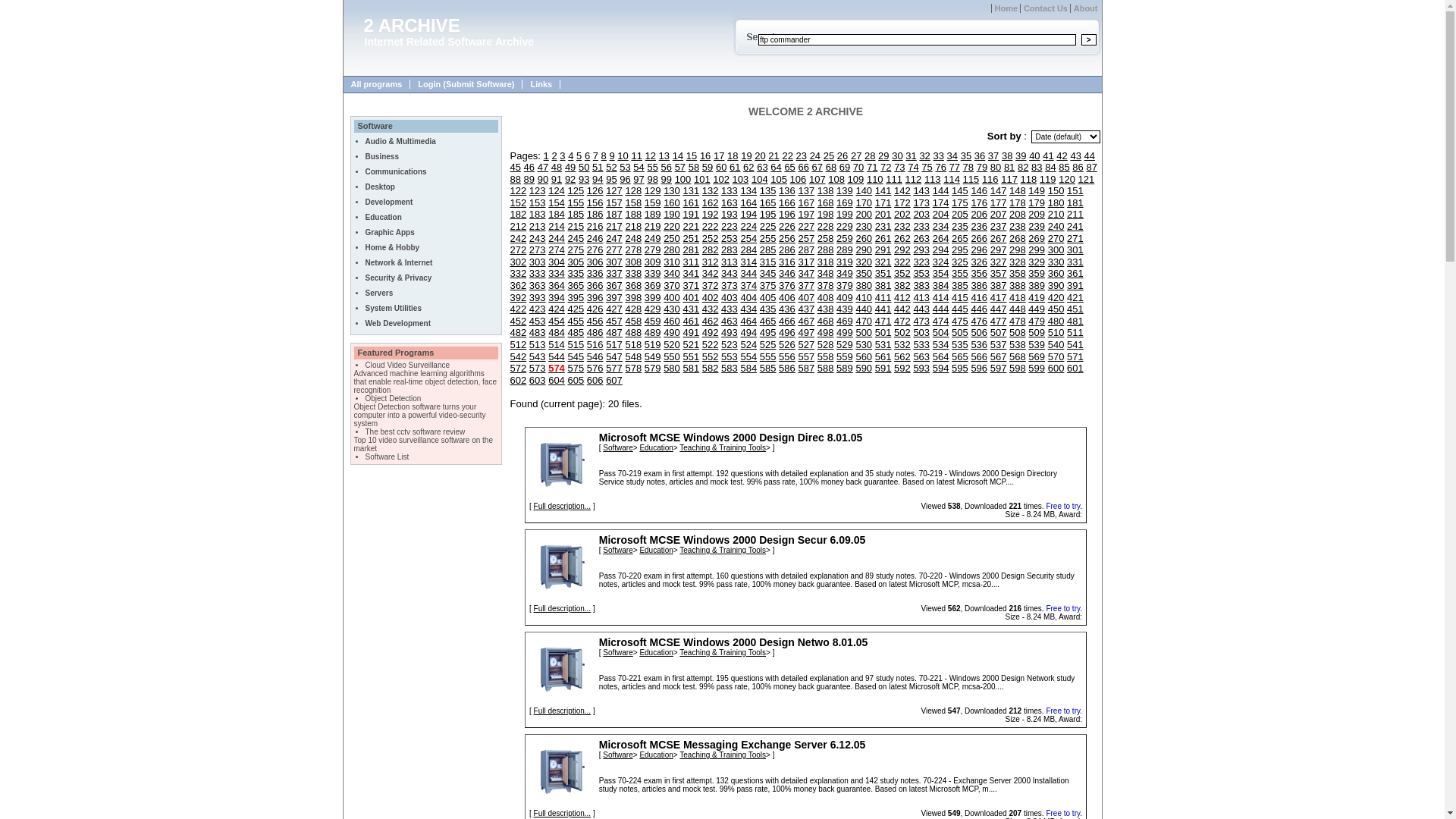 This screenshot has width=1456, height=819. What do you see at coordinates (617, 447) in the screenshot?
I see `'Software'` at bounding box center [617, 447].